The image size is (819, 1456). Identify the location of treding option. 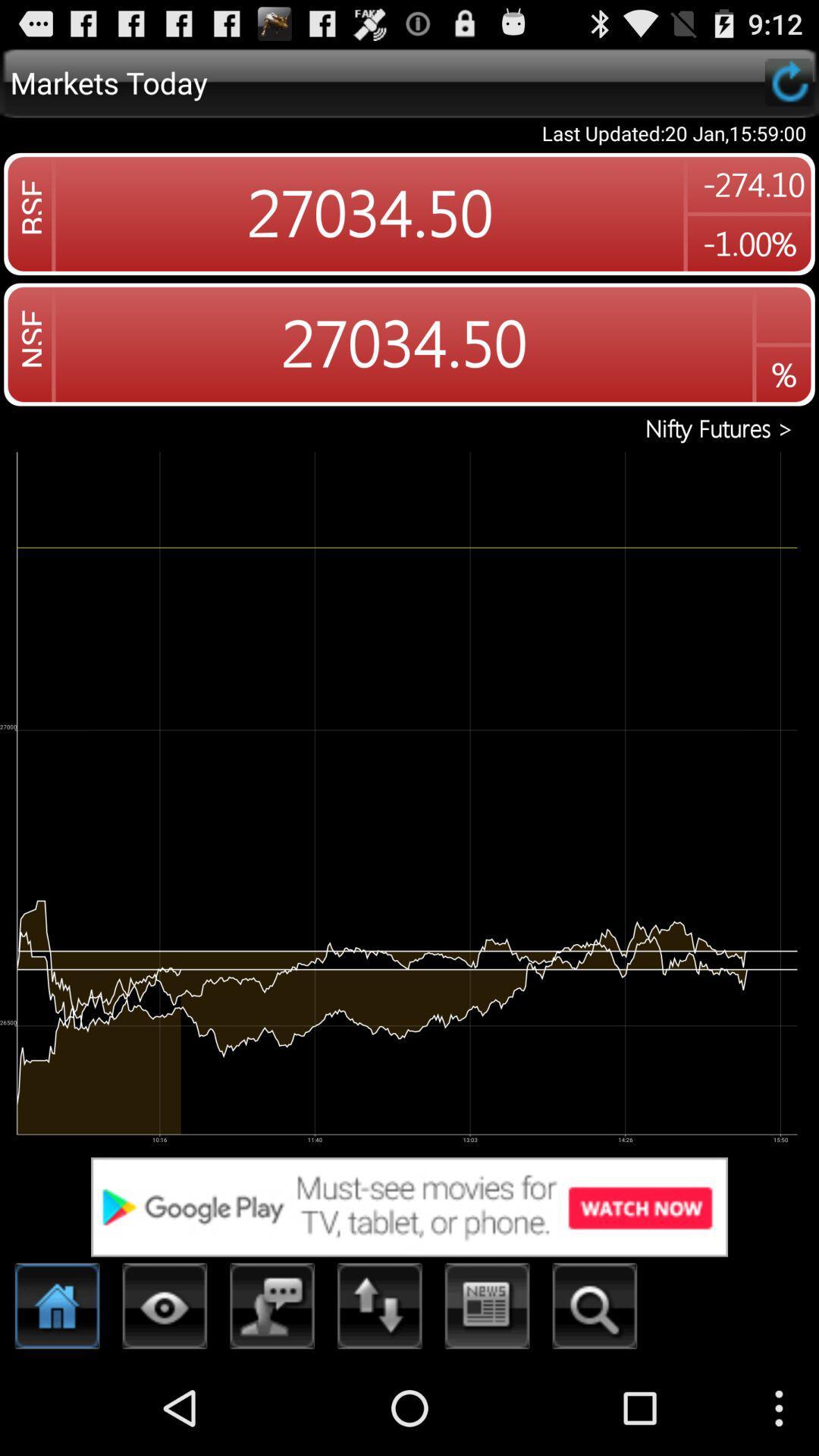
(379, 1310).